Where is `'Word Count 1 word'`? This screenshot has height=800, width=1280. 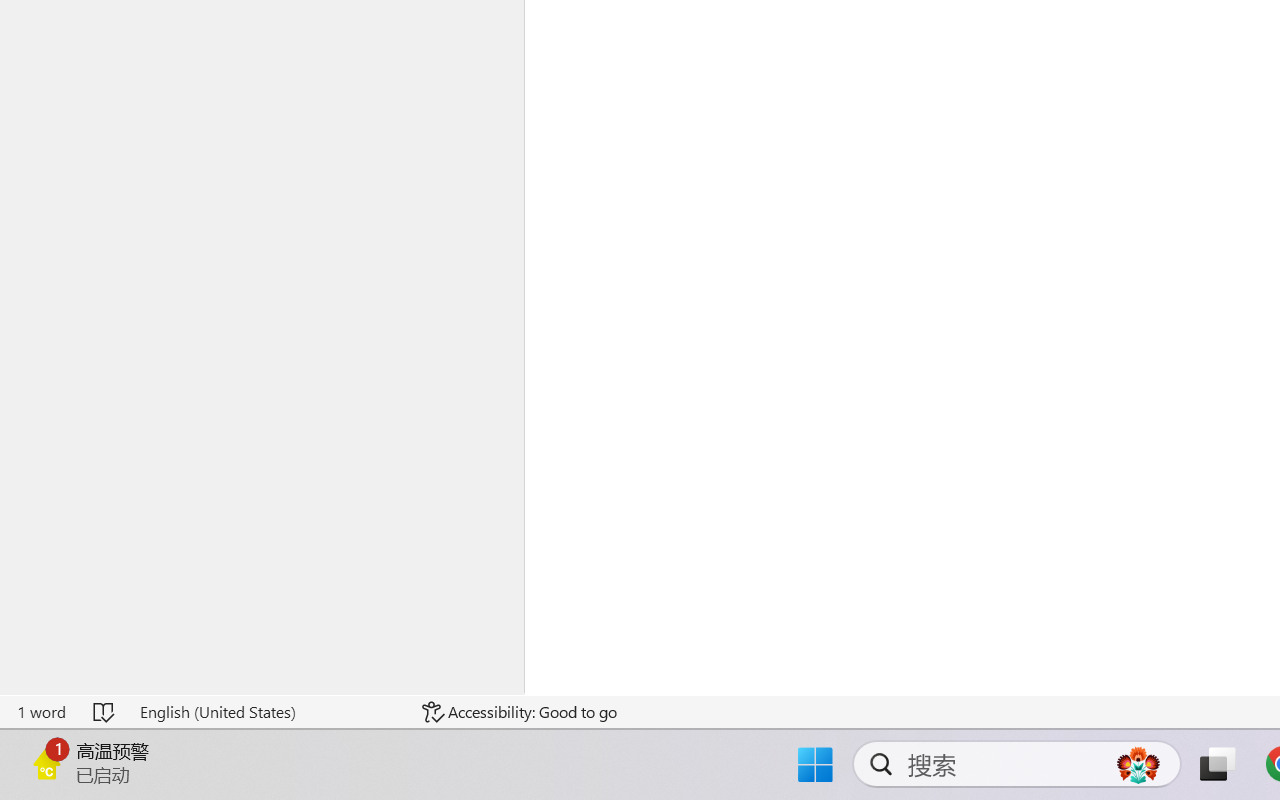
'Word Count 1 word' is located at coordinates (41, 711).